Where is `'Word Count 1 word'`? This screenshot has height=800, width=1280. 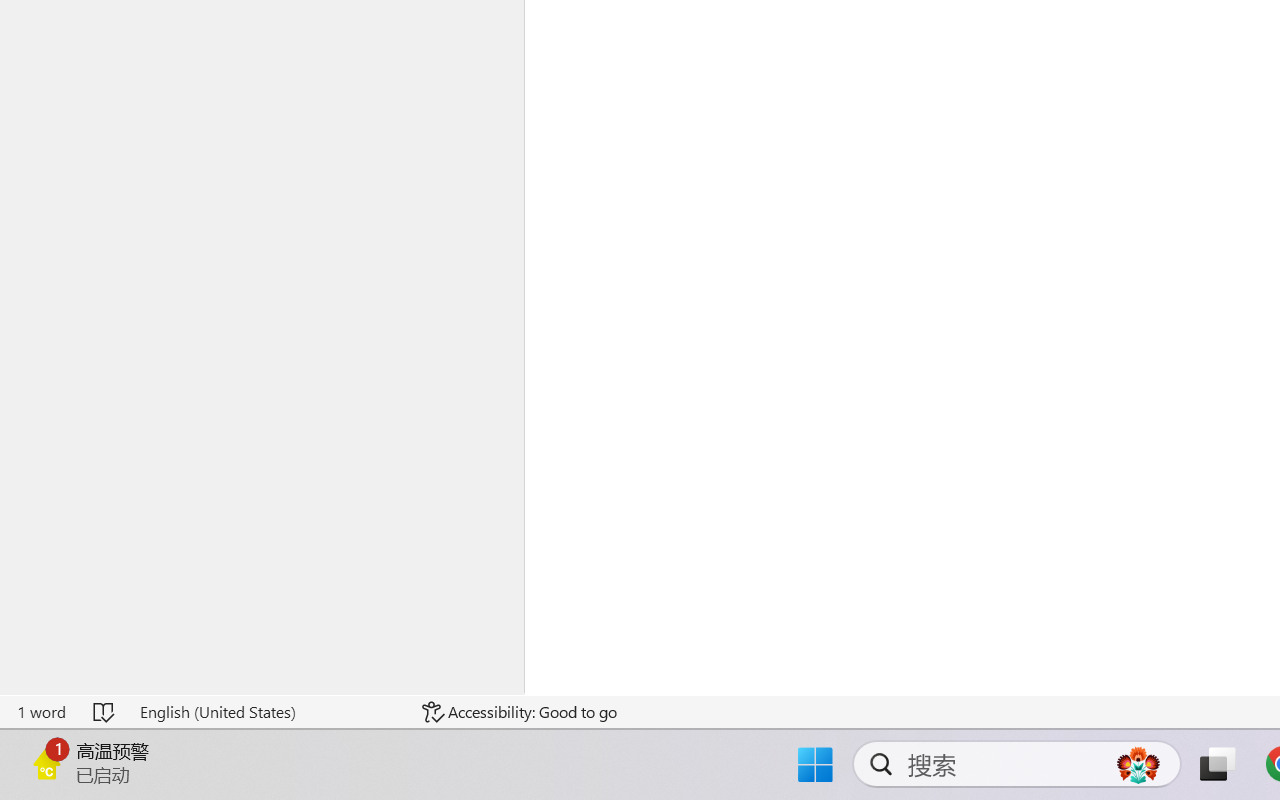
'Word Count 1 word' is located at coordinates (41, 711).